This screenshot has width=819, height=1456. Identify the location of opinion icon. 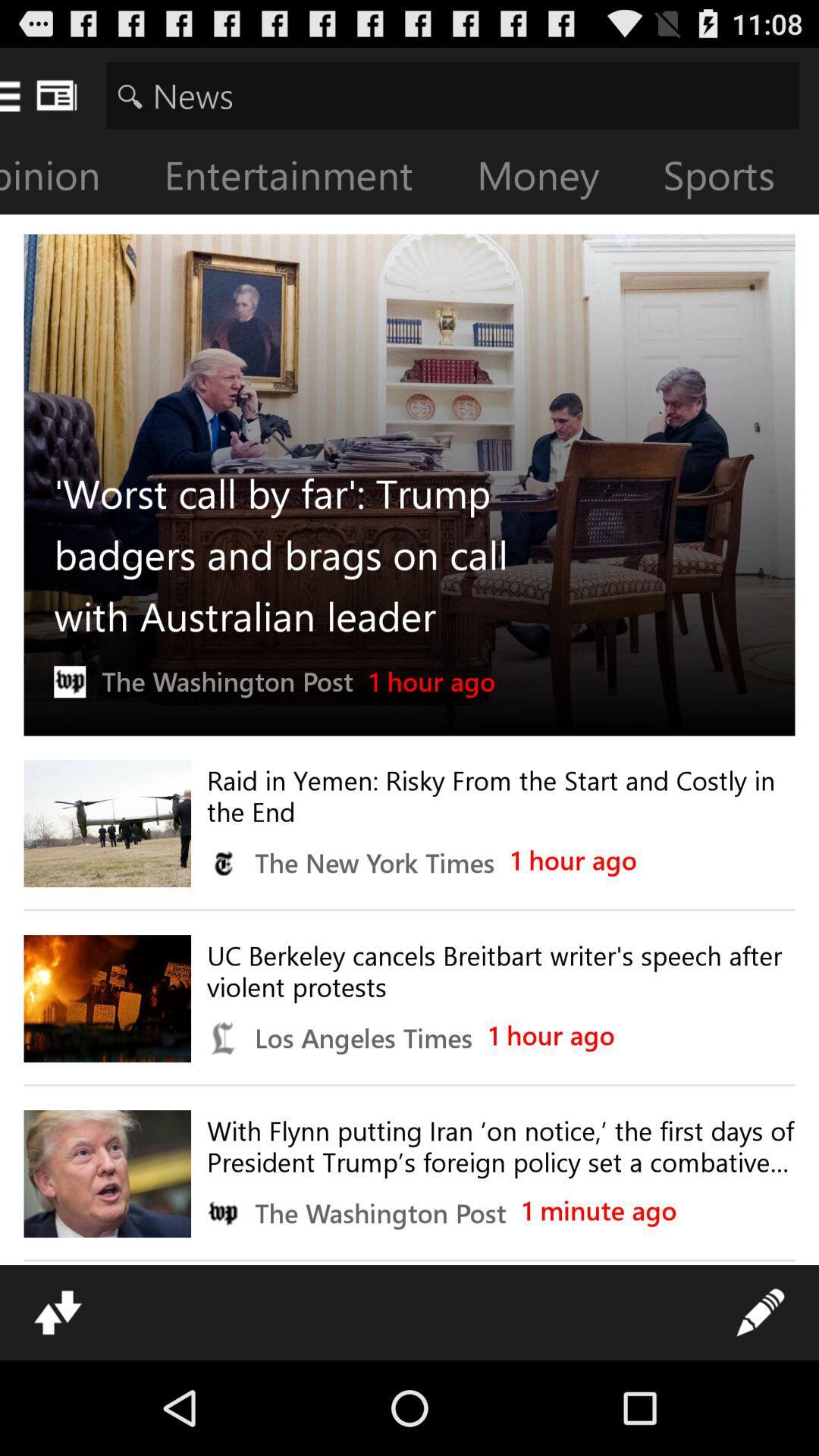
(72, 178).